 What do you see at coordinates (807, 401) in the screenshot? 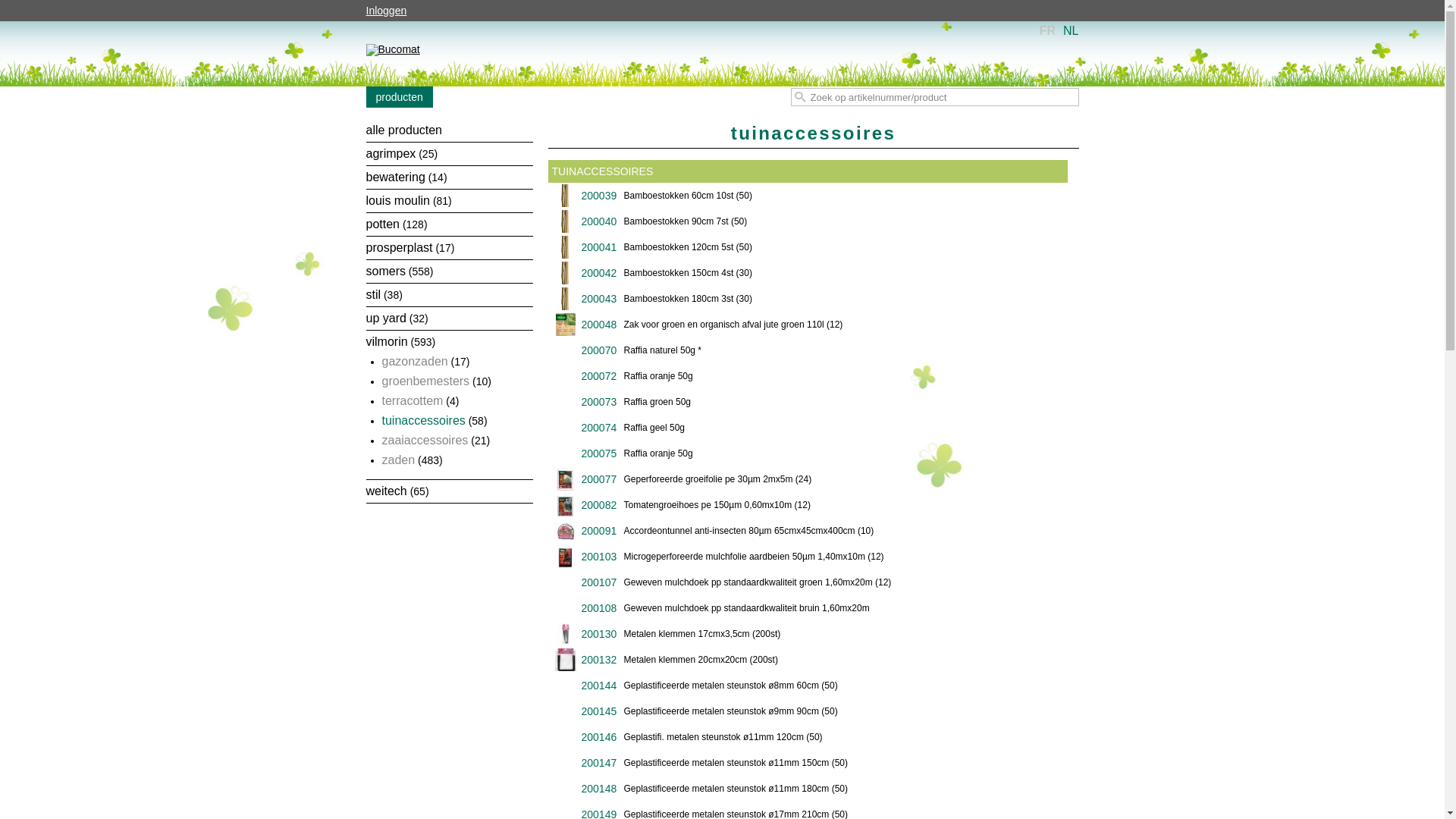
I see `'200073 raffia groen 50g'` at bounding box center [807, 401].